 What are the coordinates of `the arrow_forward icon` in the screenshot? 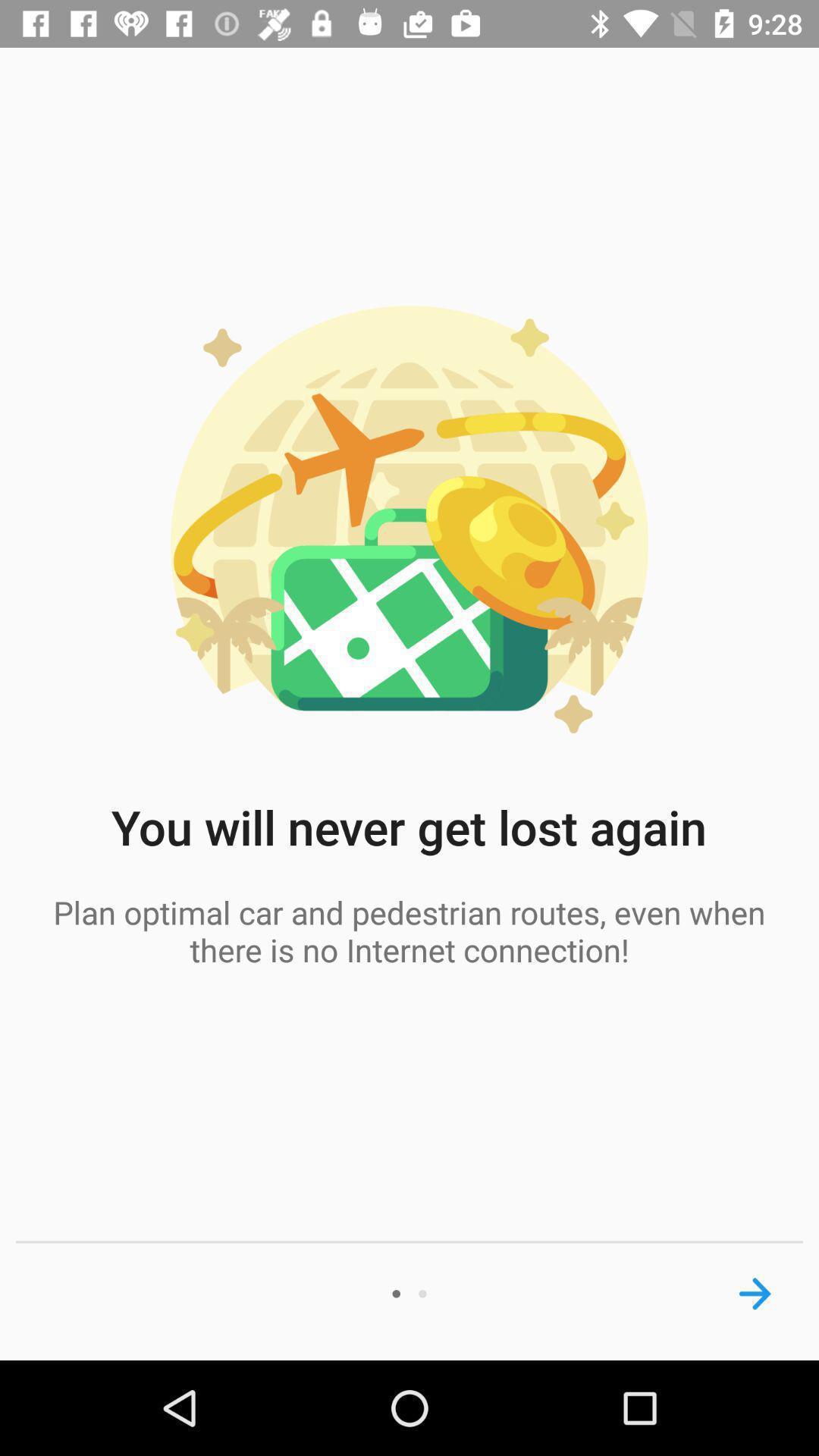 It's located at (755, 1293).